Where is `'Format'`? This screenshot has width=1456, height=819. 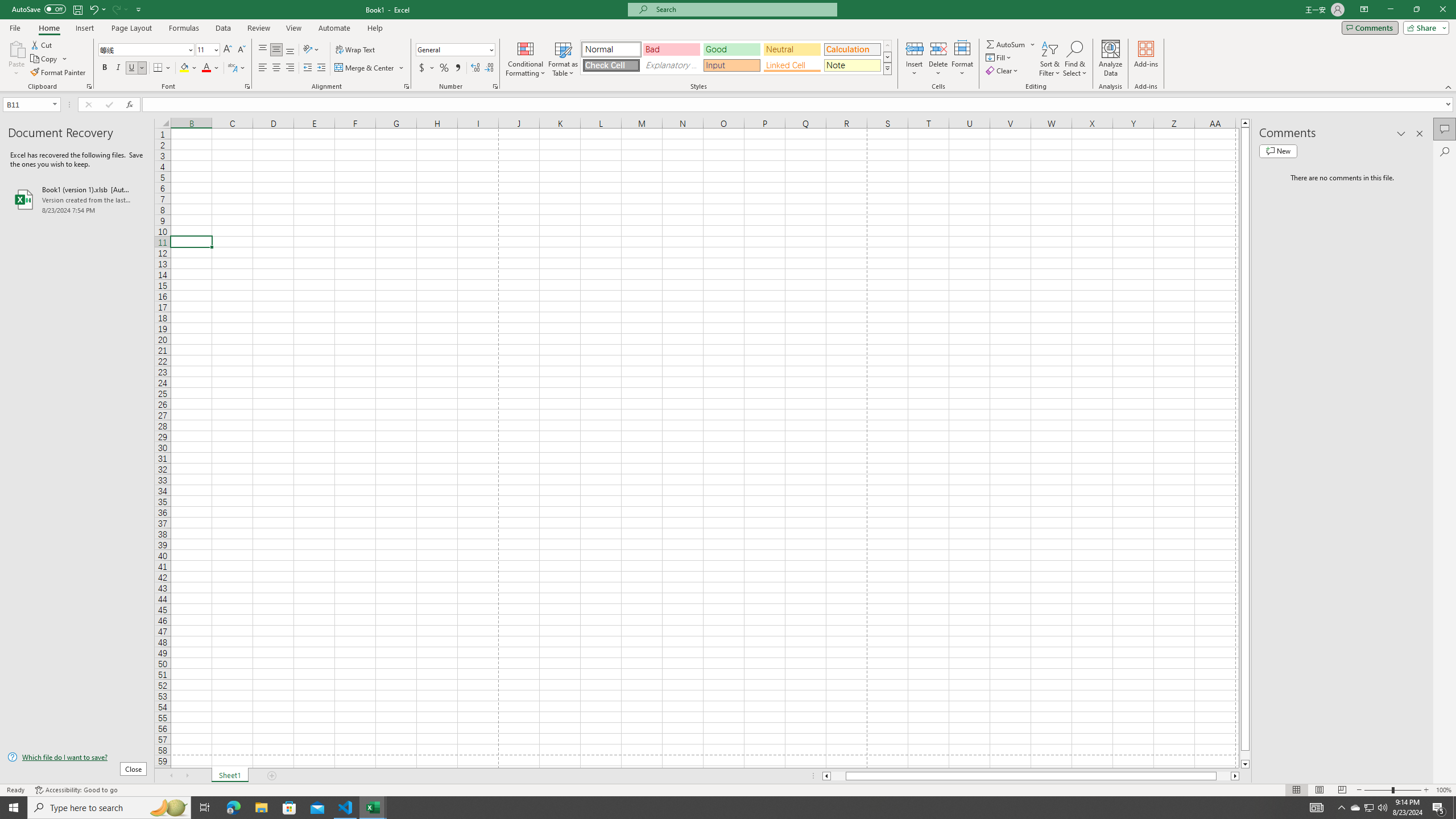 'Format' is located at coordinates (962, 59).